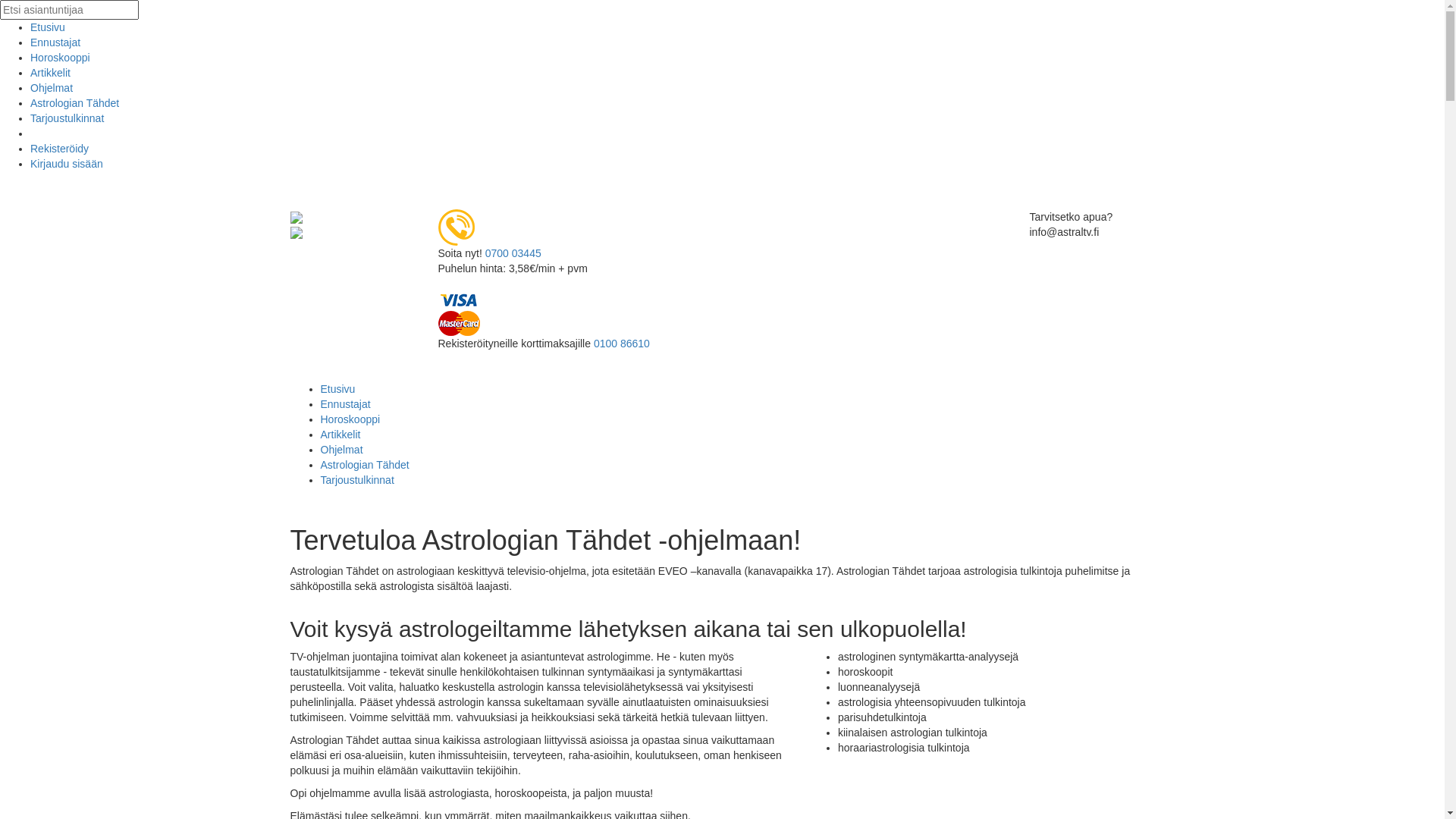 This screenshot has width=1456, height=819. Describe the element at coordinates (337, 388) in the screenshot. I see `'Etusivu'` at that location.